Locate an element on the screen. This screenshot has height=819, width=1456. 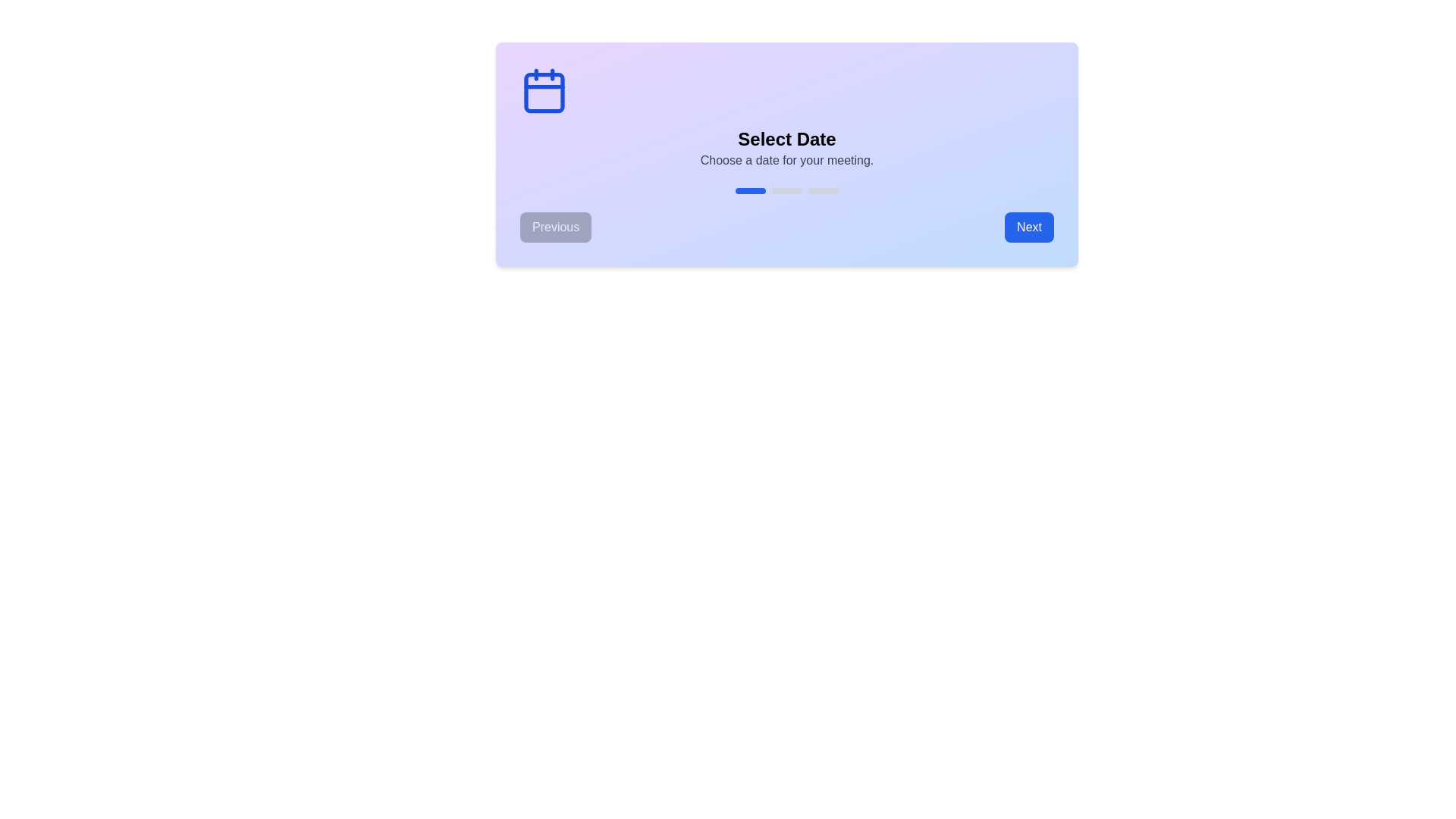
the Next button to navigate between steps is located at coordinates (1029, 227).